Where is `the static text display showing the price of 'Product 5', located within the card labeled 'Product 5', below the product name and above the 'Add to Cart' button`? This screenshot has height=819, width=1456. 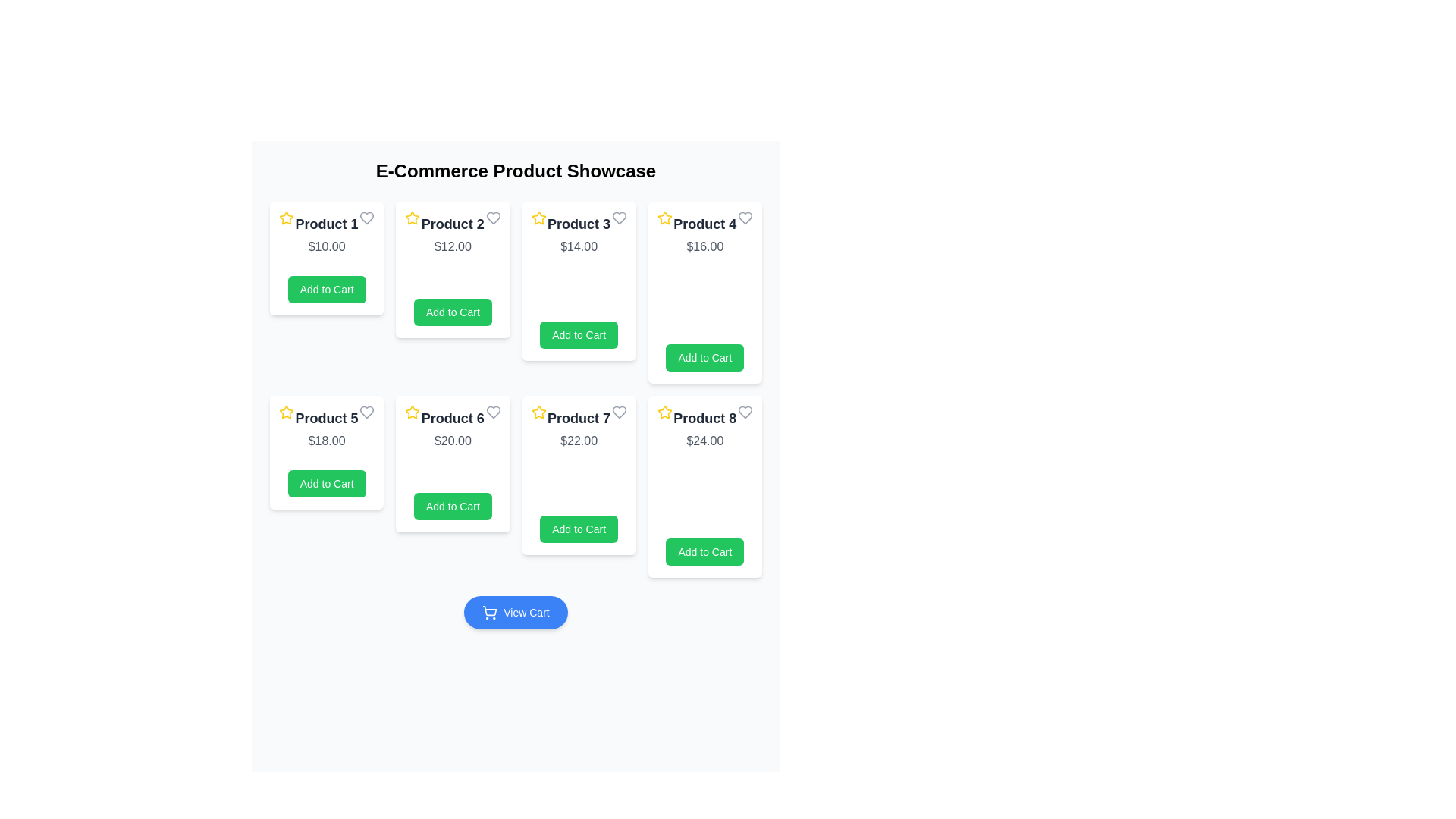
the static text display showing the price of 'Product 5', located within the card labeled 'Product 5', below the product name and above the 'Add to Cart' button is located at coordinates (326, 441).